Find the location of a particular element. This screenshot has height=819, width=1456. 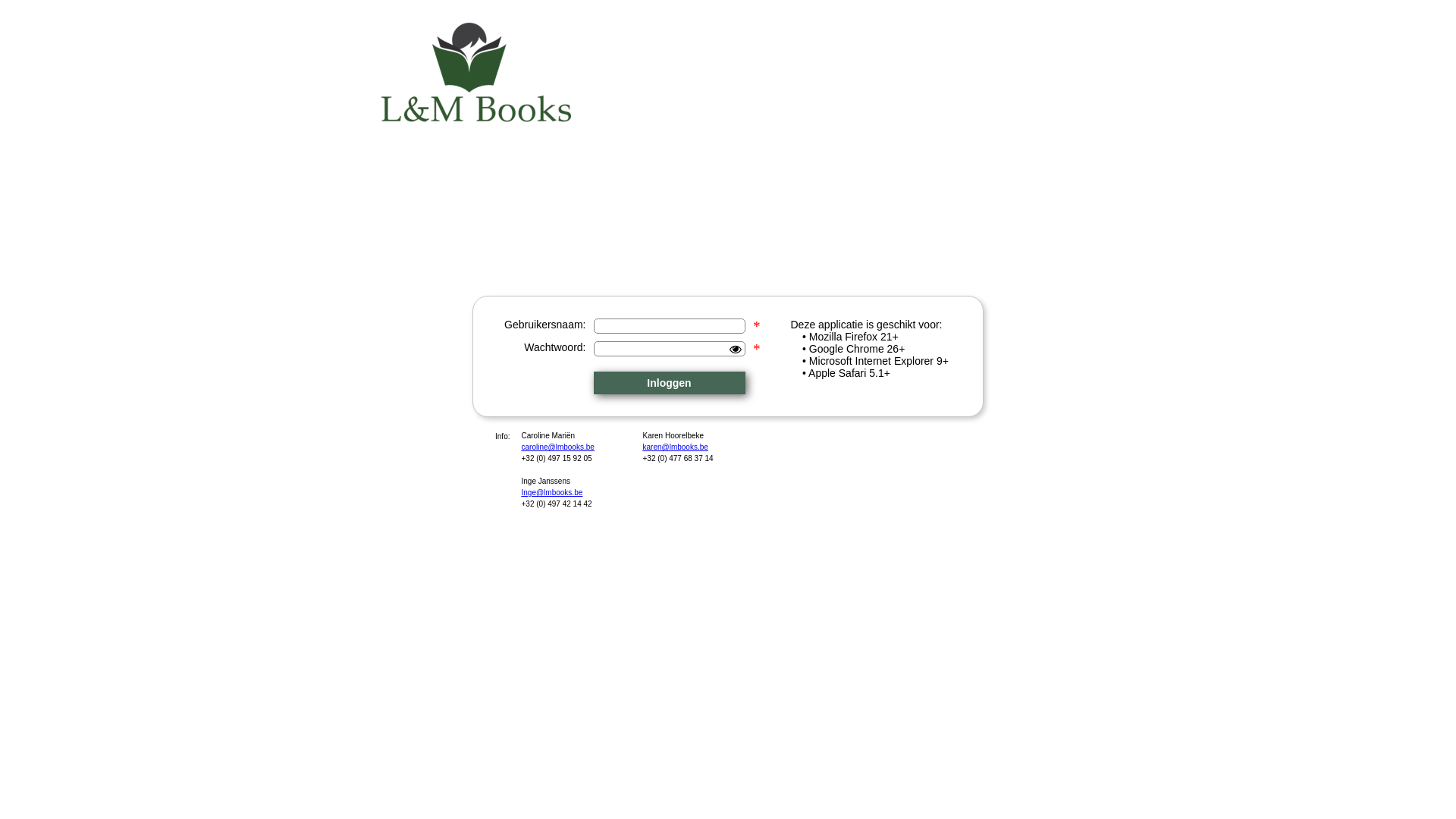

'caroline@lmbooks.be' is located at coordinates (596, 447).